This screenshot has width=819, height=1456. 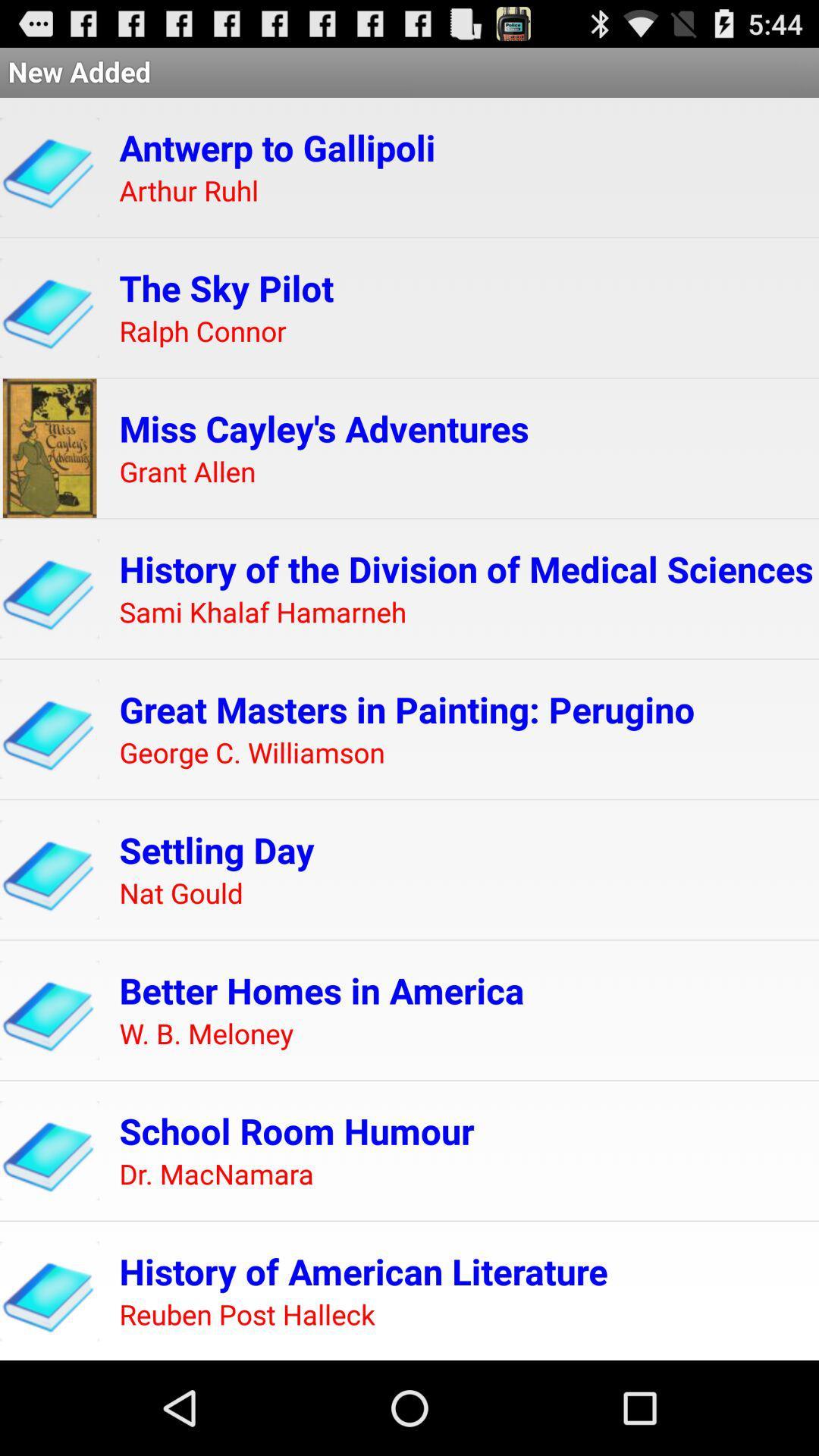 What do you see at coordinates (297, 1131) in the screenshot?
I see `app below the w. b. meloney item` at bounding box center [297, 1131].